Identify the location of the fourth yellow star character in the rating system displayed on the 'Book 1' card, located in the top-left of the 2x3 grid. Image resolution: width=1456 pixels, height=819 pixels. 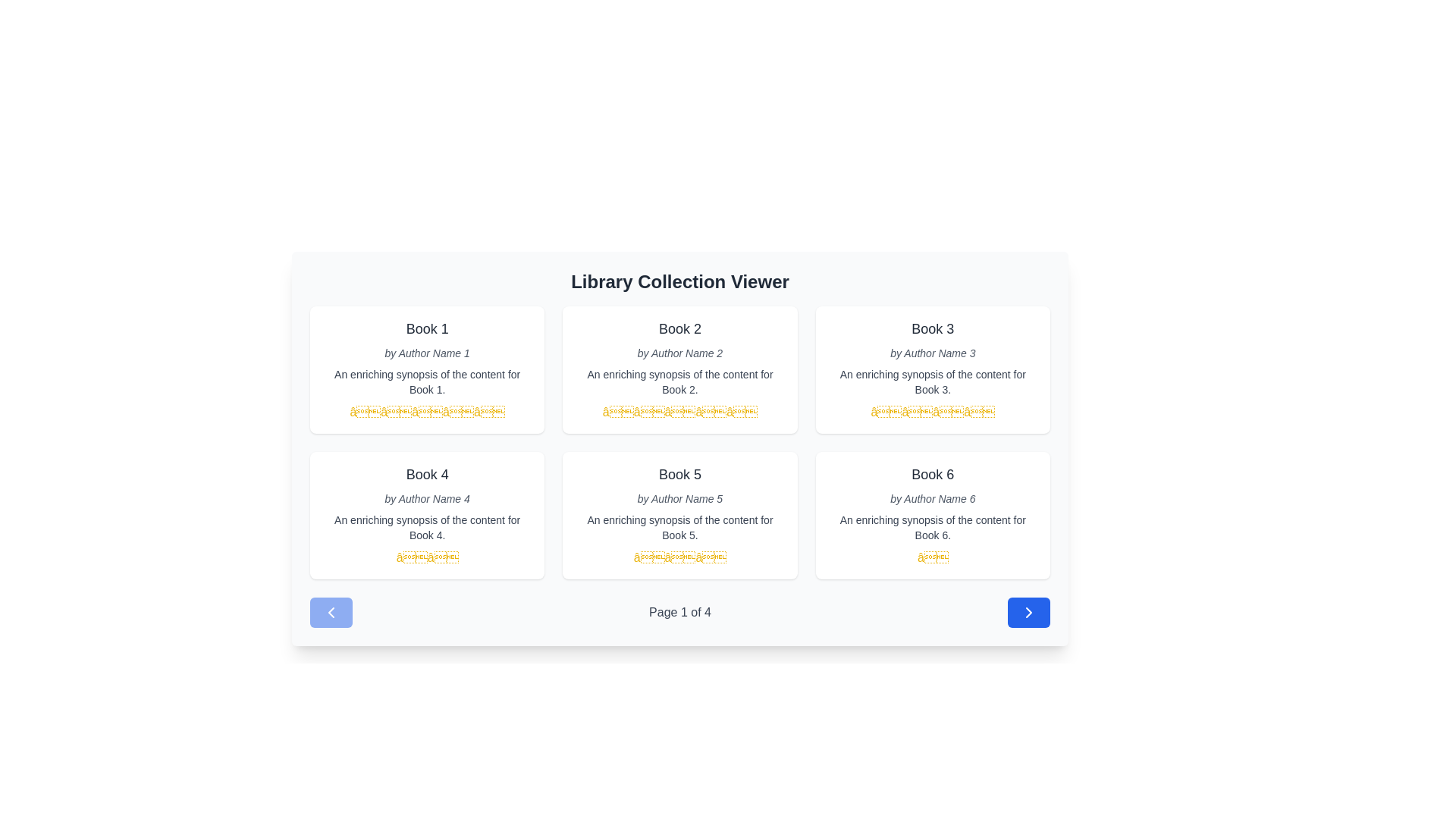
(457, 412).